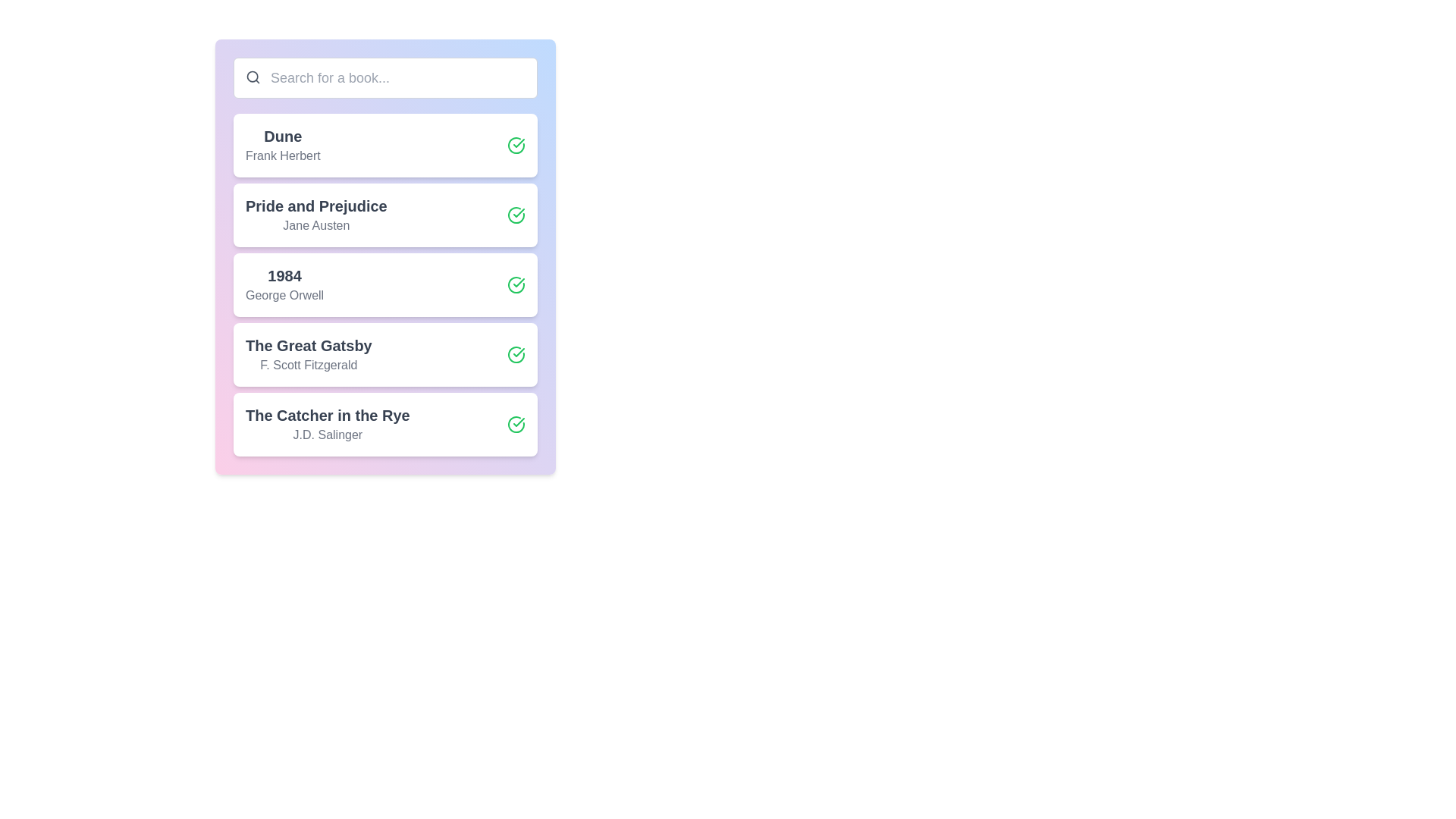 The width and height of the screenshot is (1456, 819). I want to click on the static text label displaying 'F. Scott Fitzgerald', which is aligned to the left and styled in gray as a subtitle below 'The Great Gatsby', so click(308, 366).